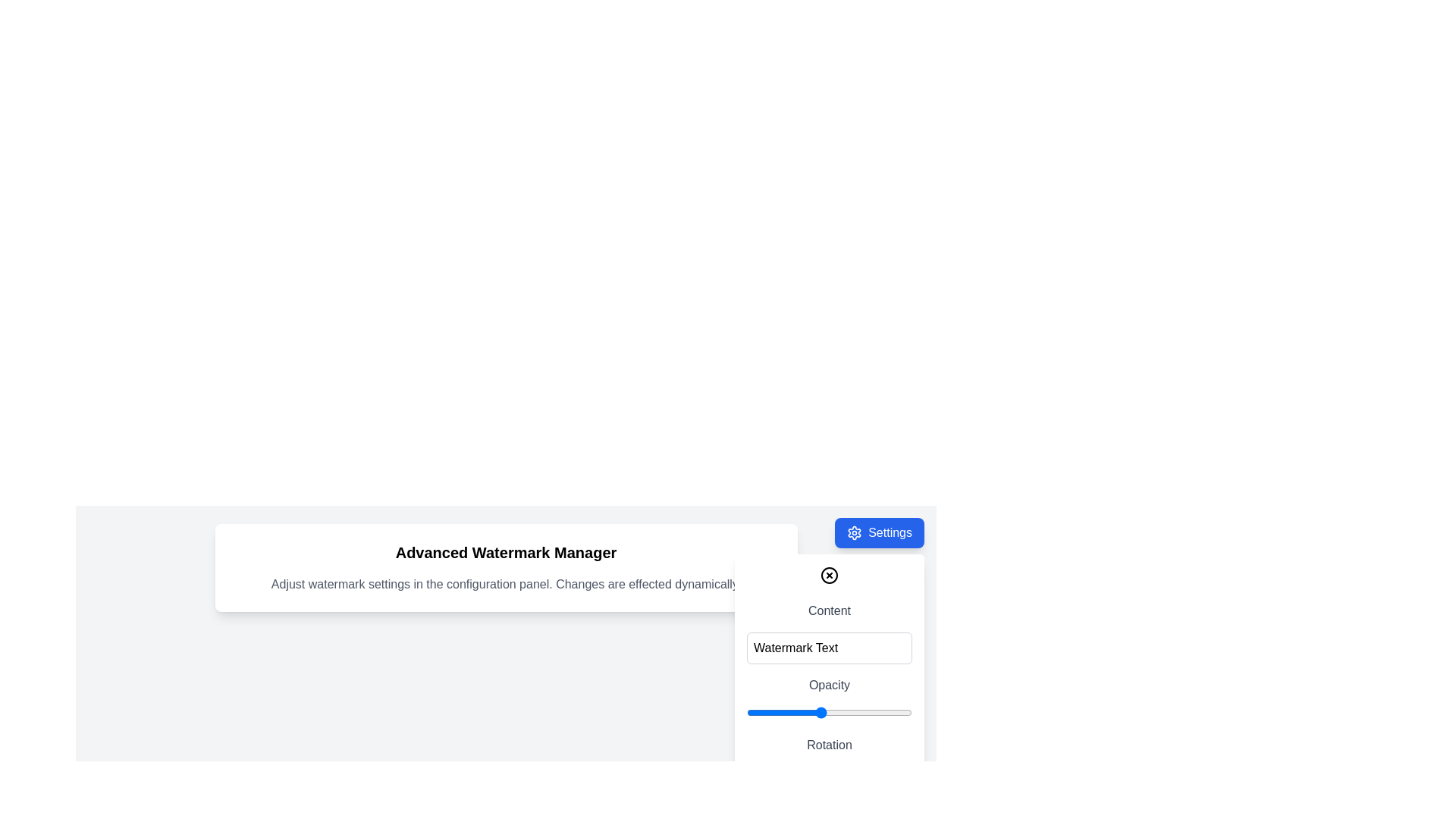 This screenshot has height=819, width=1456. I want to click on rotation angle, so click(845, 772).